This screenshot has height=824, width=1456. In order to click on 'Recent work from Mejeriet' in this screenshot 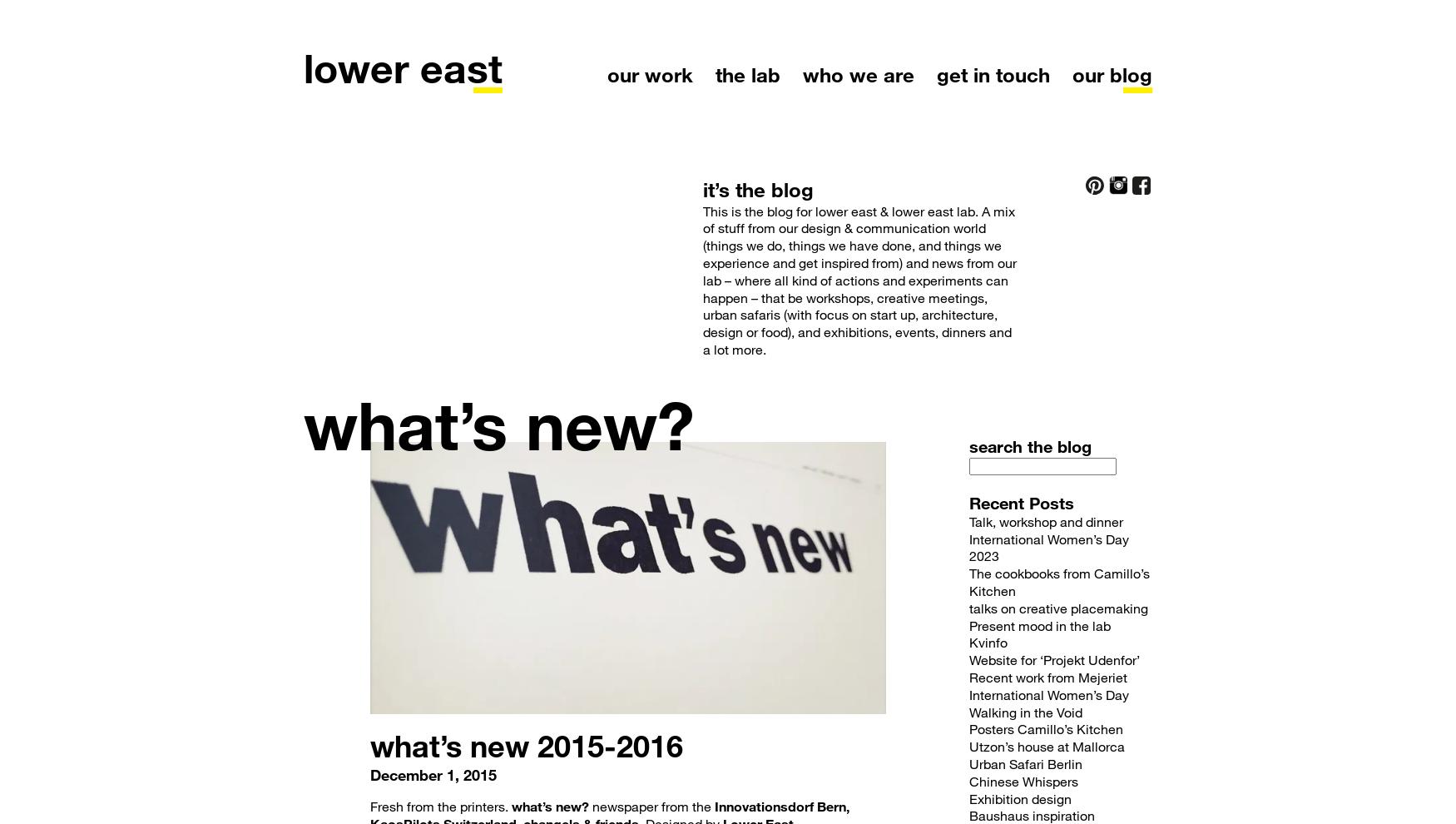, I will do `click(1047, 675)`.